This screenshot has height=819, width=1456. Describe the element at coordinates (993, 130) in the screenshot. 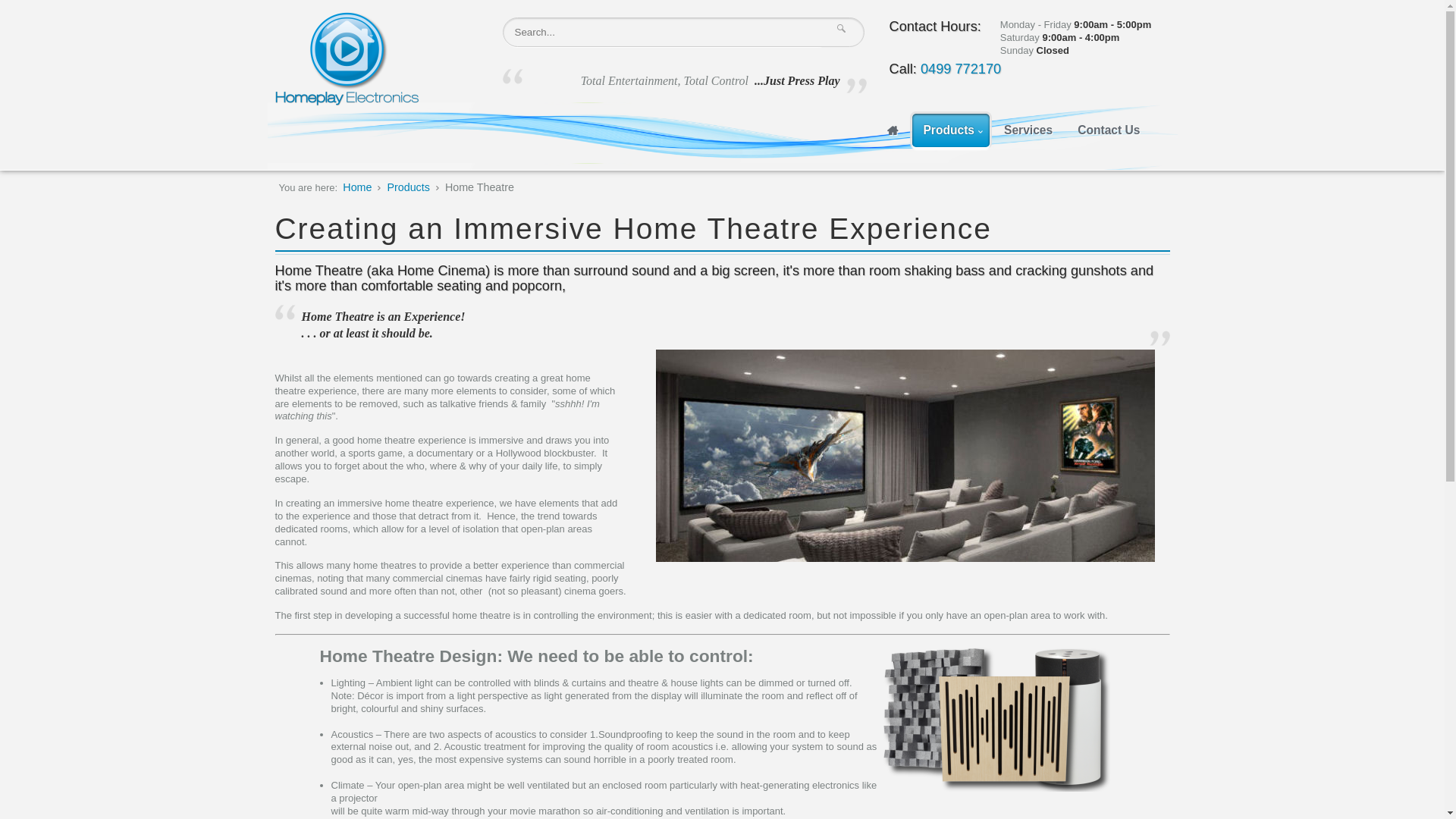

I see `'Services'` at that location.